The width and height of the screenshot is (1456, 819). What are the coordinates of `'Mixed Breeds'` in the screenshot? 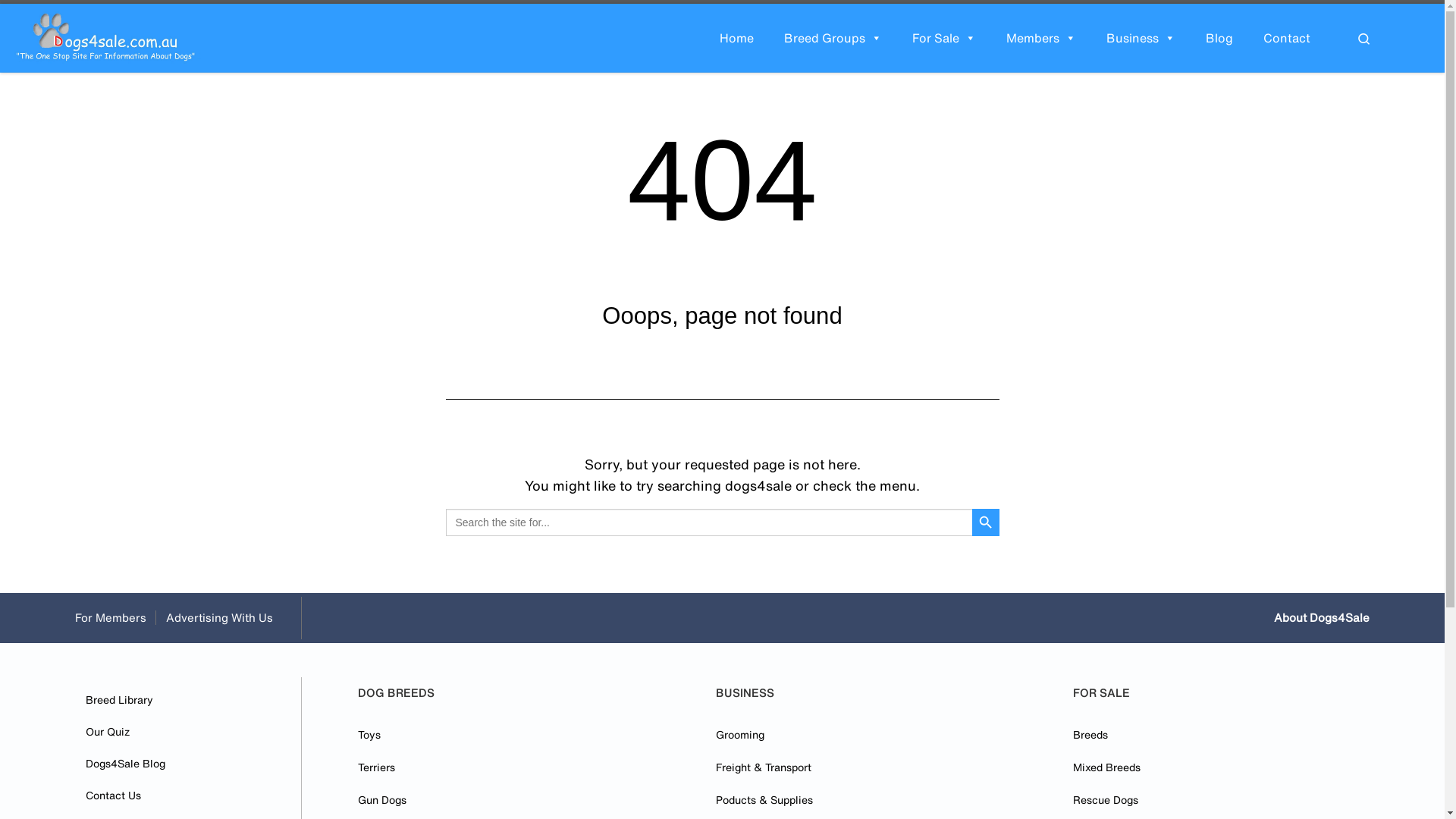 It's located at (1072, 767).